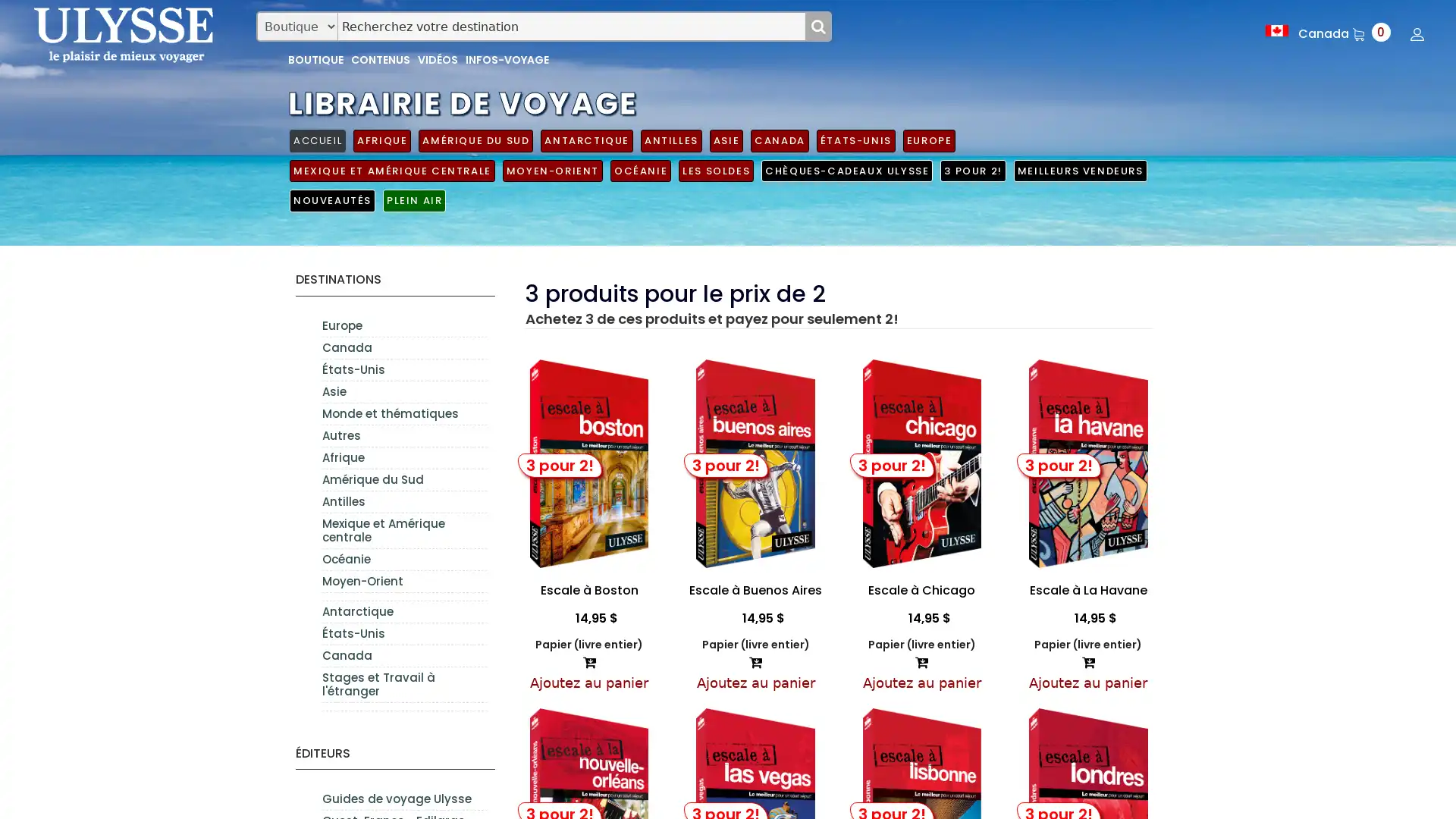 The image size is (1456, 819). Describe the element at coordinates (972, 170) in the screenshot. I see `3 POUR 2!` at that location.